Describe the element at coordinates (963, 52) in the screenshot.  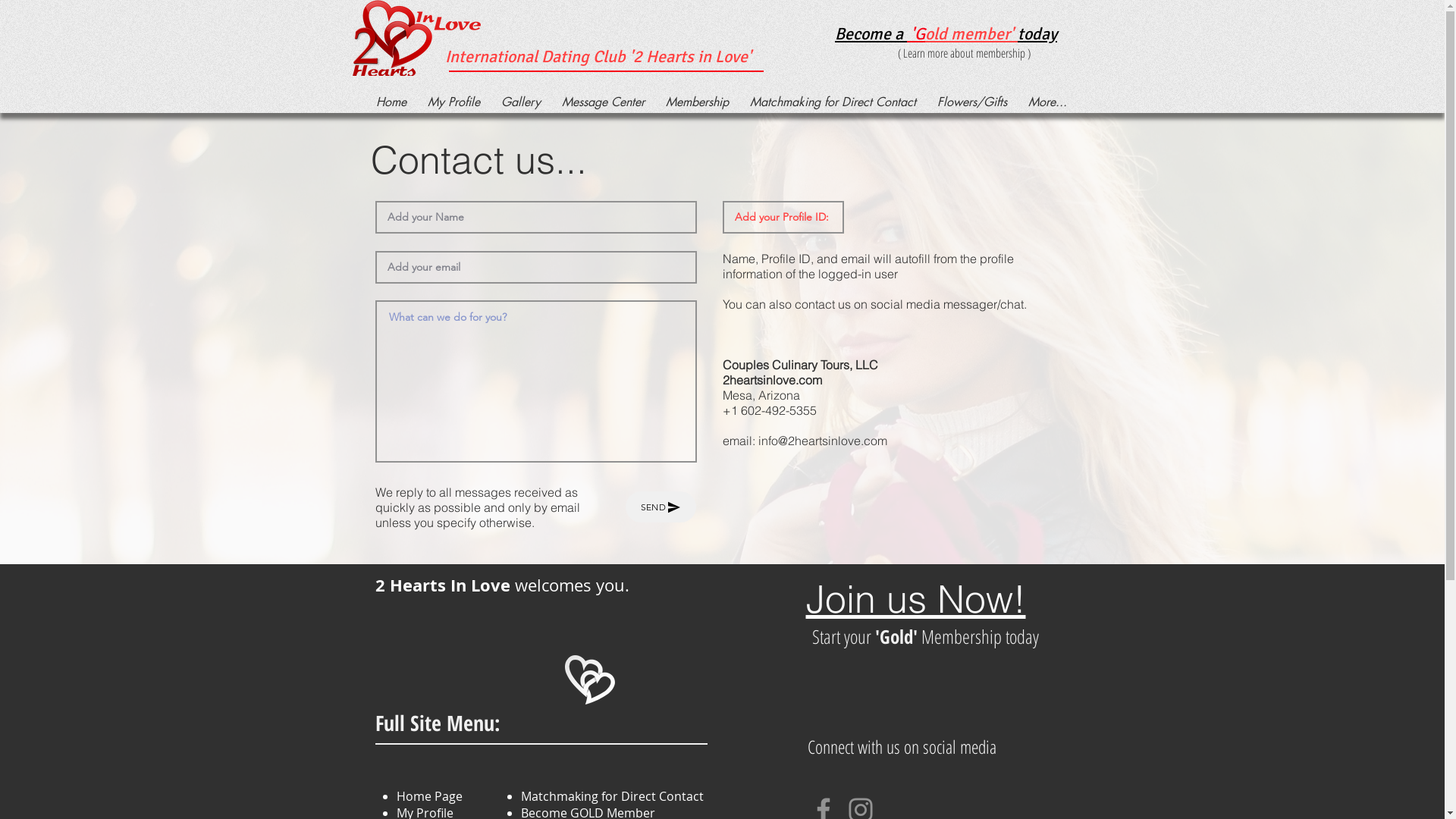
I see `'( Learn more about membership )'` at that location.